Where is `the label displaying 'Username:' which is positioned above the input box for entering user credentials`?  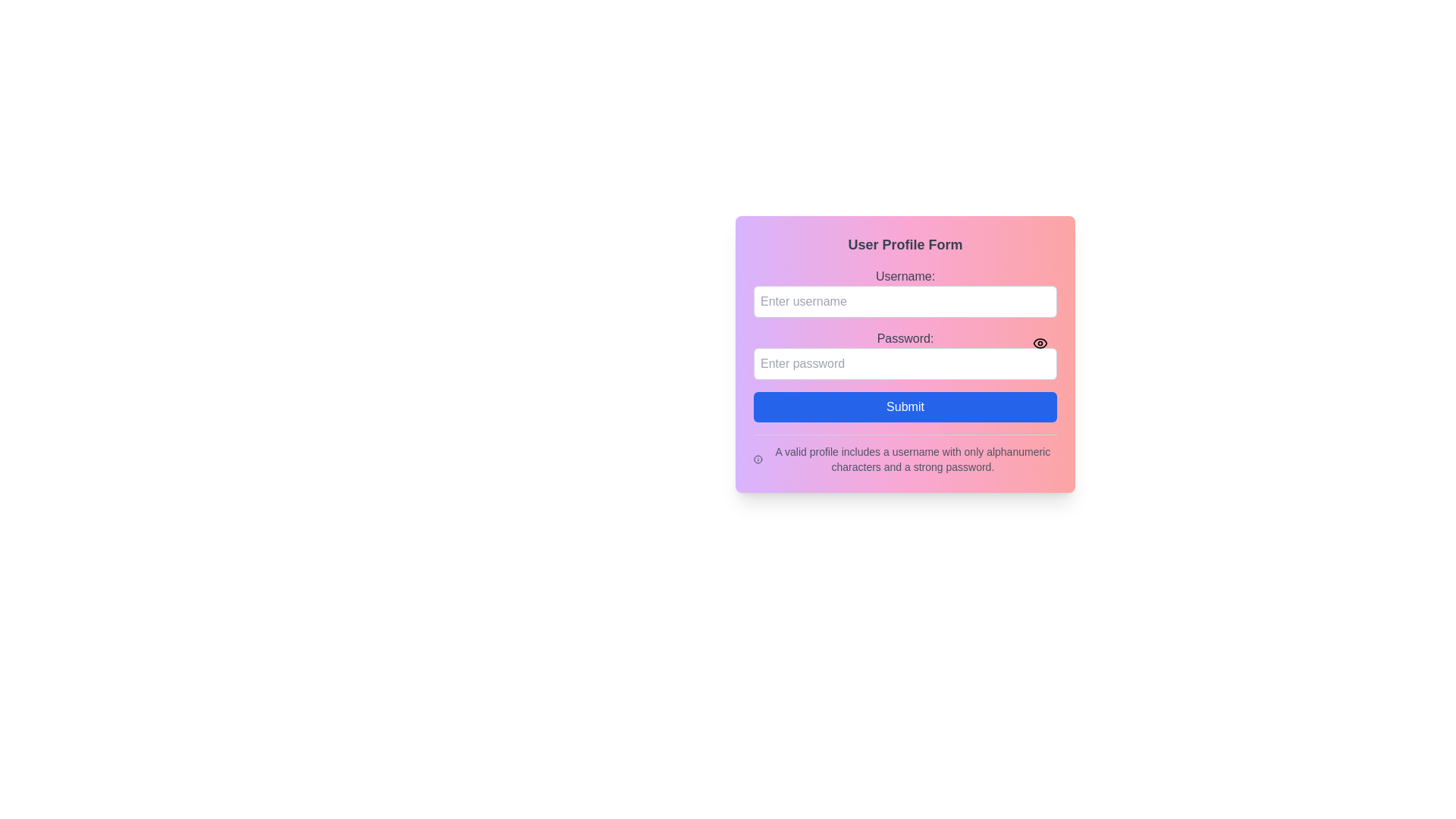
the label displaying 'Username:' which is positioned above the input box for entering user credentials is located at coordinates (905, 277).